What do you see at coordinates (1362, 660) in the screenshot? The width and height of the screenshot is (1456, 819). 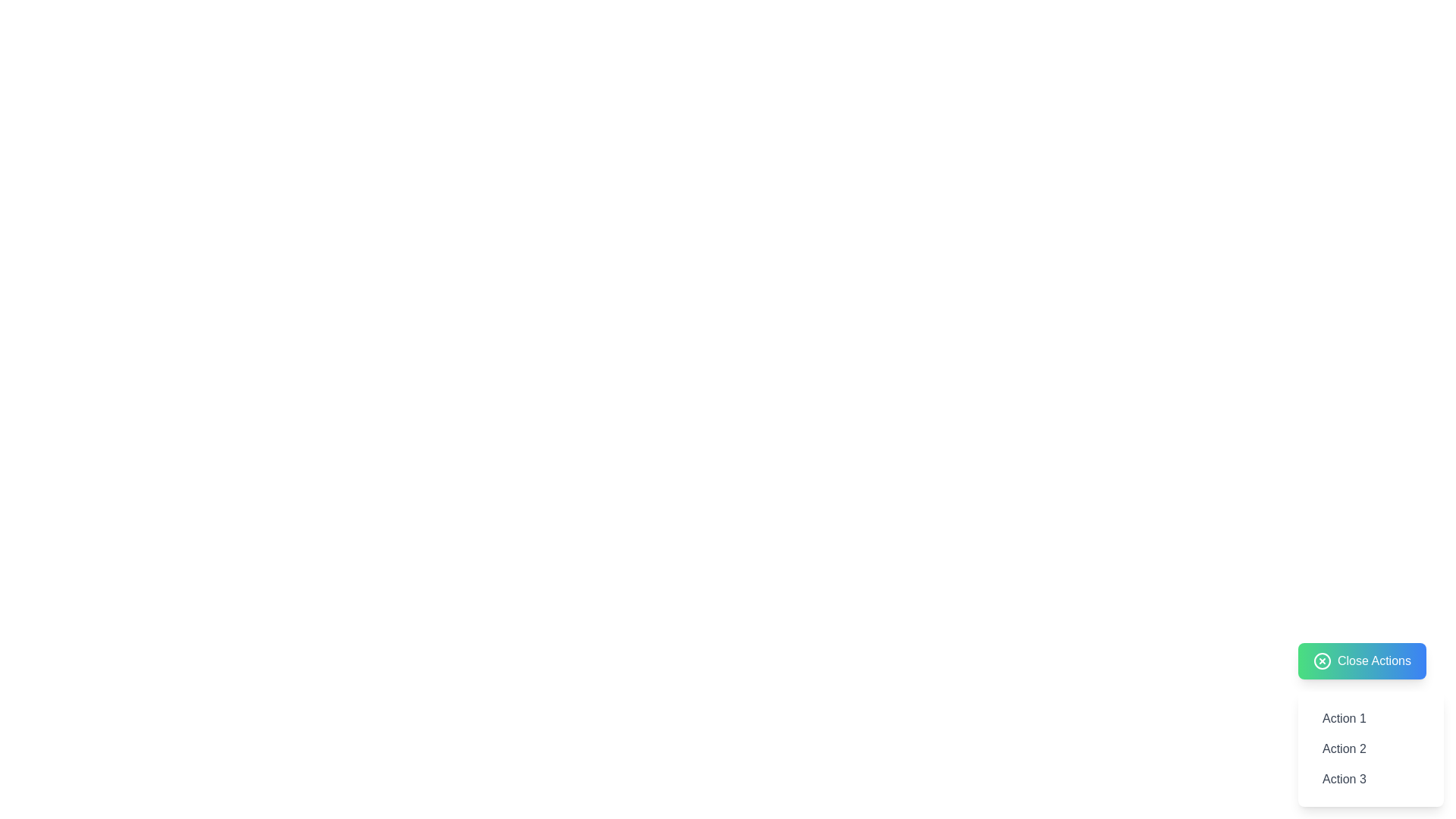 I see `the close button located in the bottom-right corner of the interface` at bounding box center [1362, 660].